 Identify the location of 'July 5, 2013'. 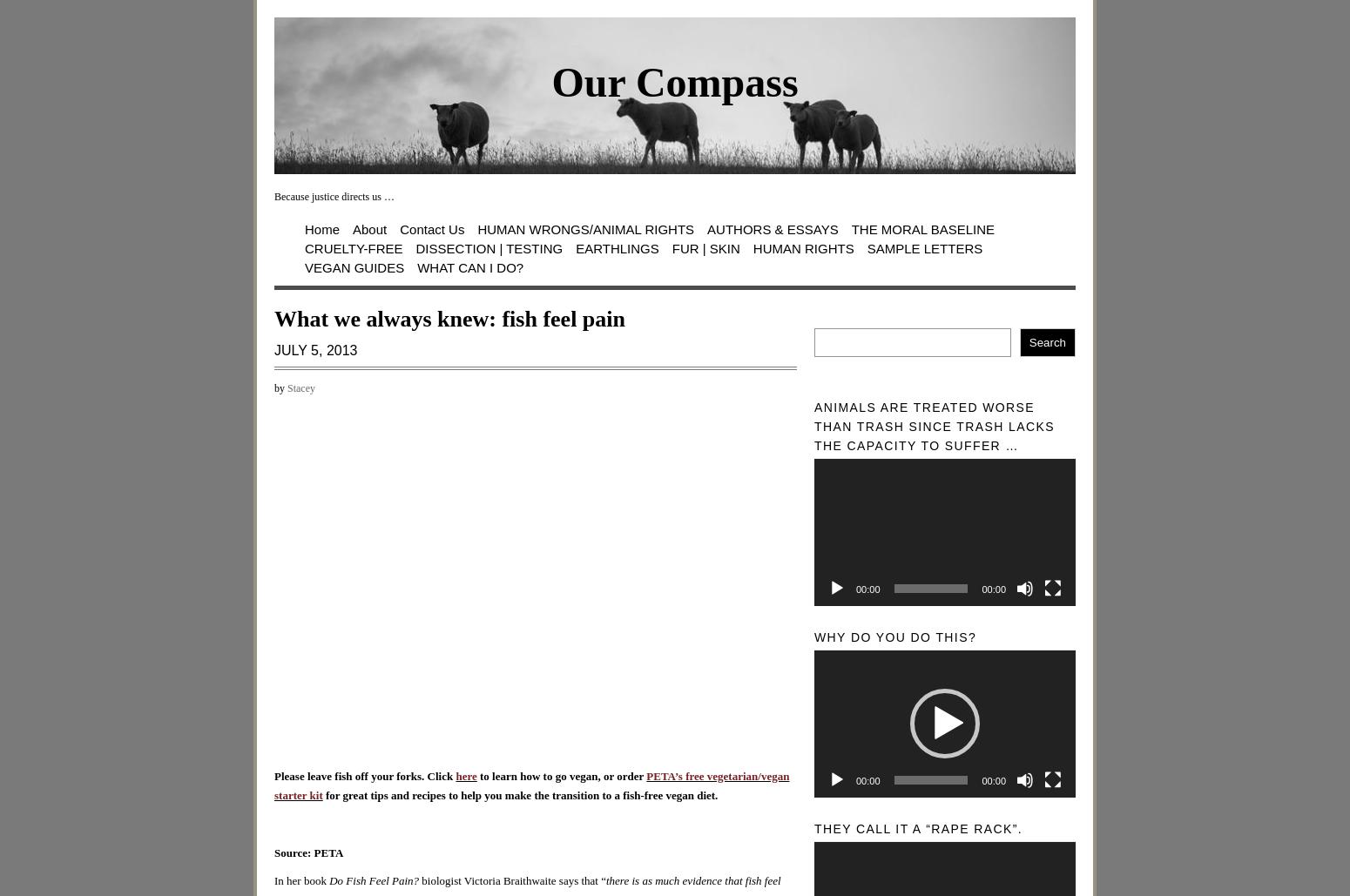
(273, 348).